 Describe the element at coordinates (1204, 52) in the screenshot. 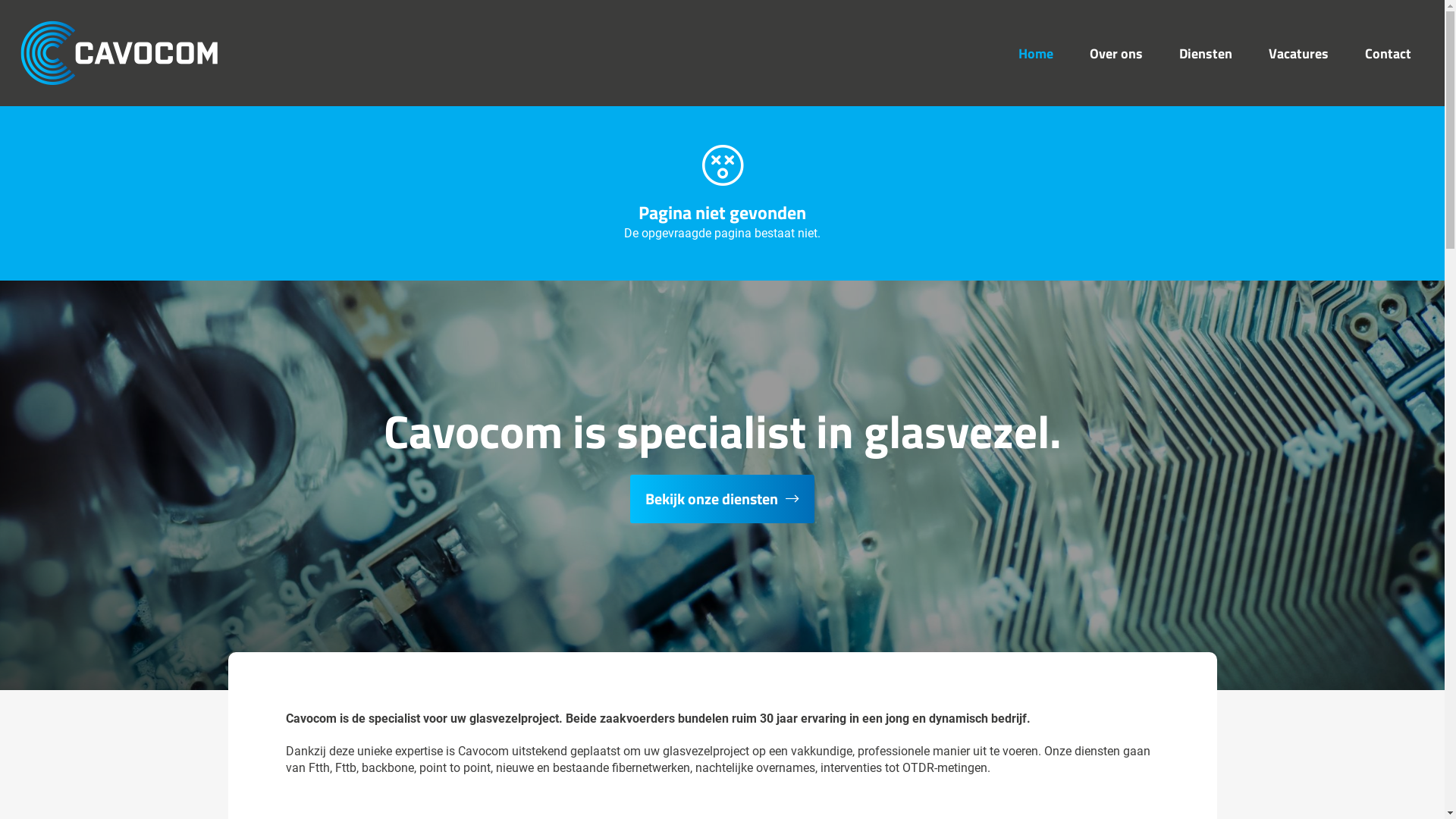

I see `'Diensten'` at that location.